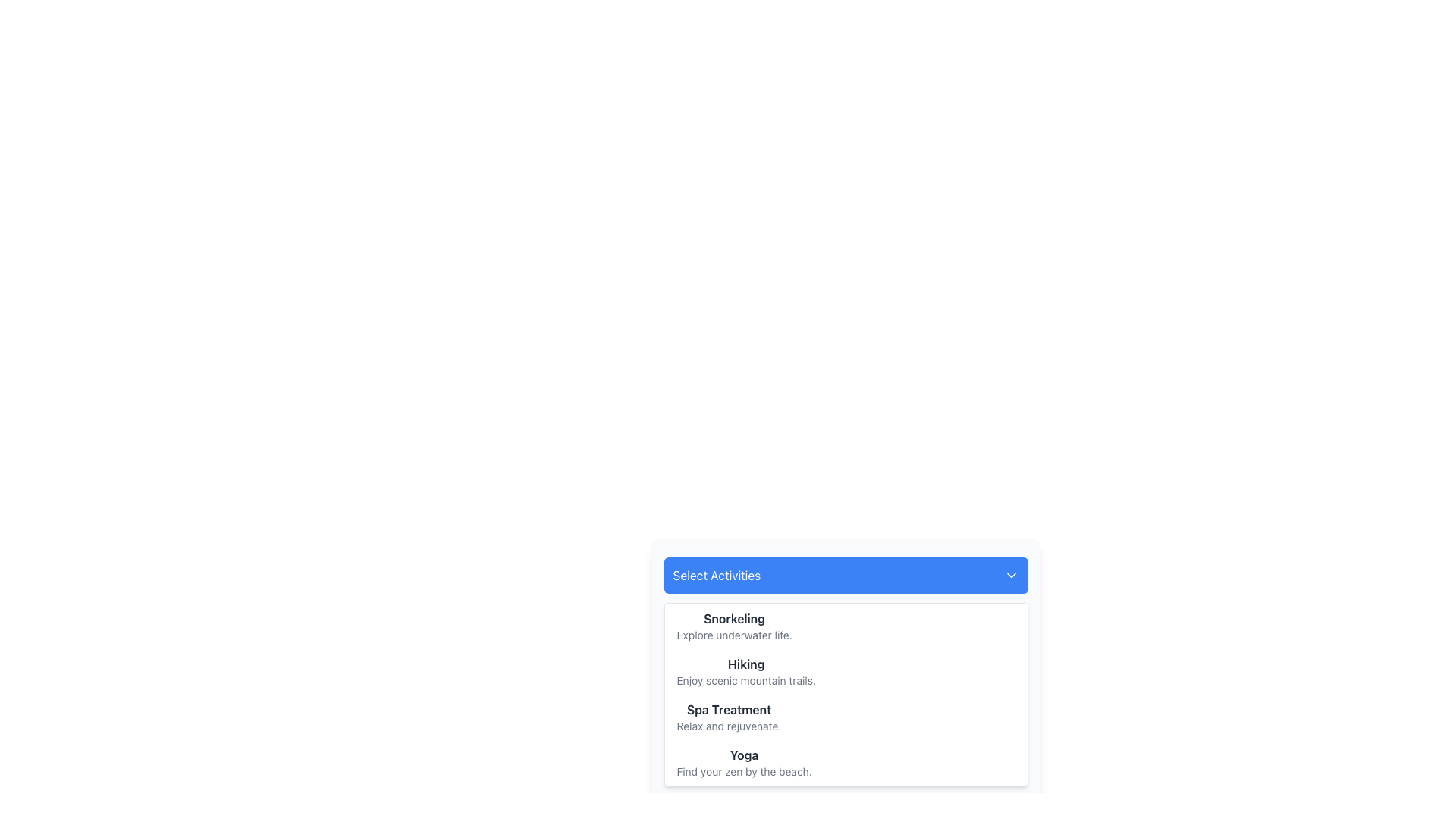  What do you see at coordinates (845, 626) in the screenshot?
I see `the first dropdown option labeled 'Snorkeling'` at bounding box center [845, 626].